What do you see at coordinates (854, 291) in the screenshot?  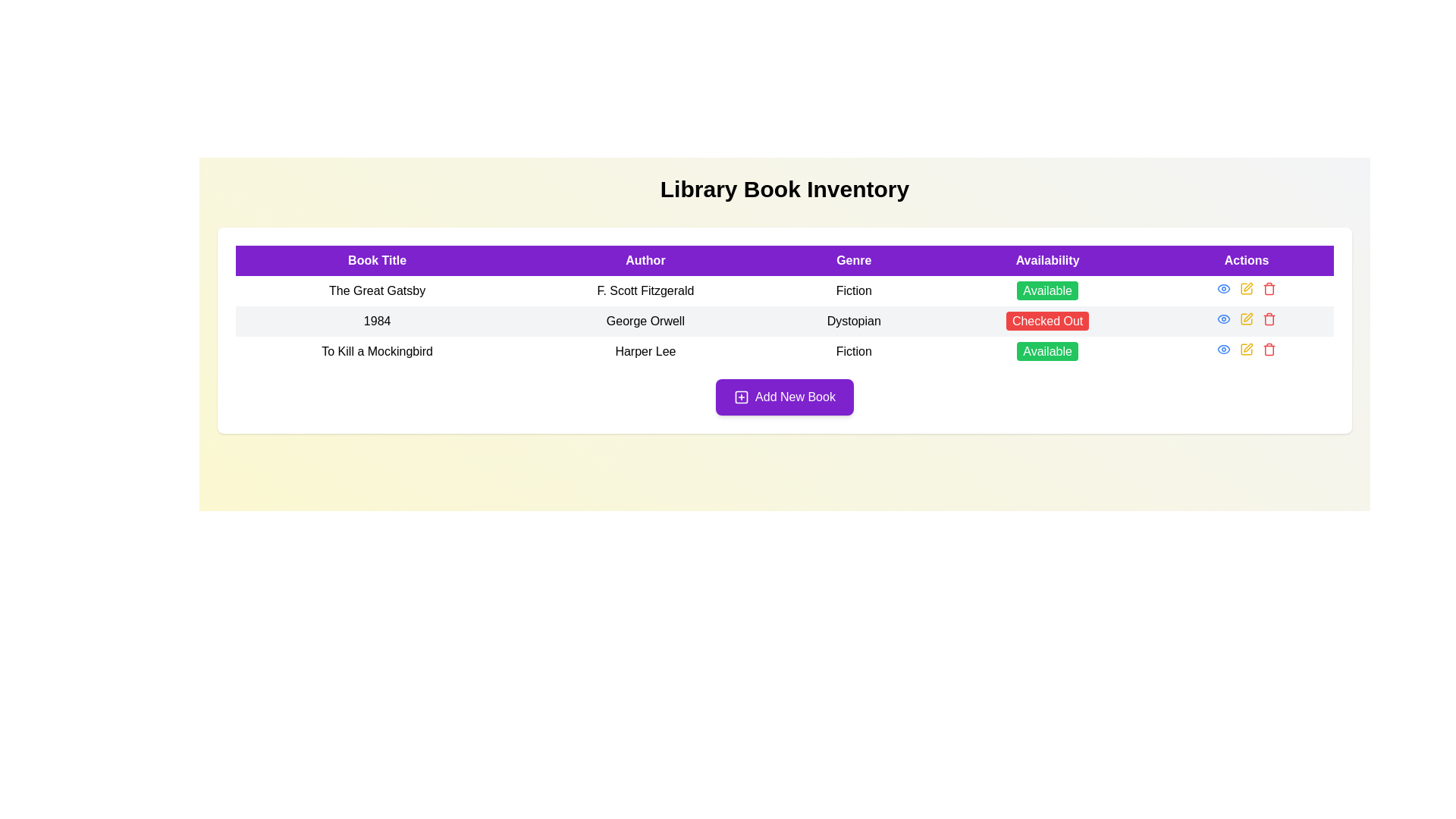 I see `the static text label displaying 'Fiction' in the Genre column of the first row for the book 'The Great Gatsby'` at bounding box center [854, 291].